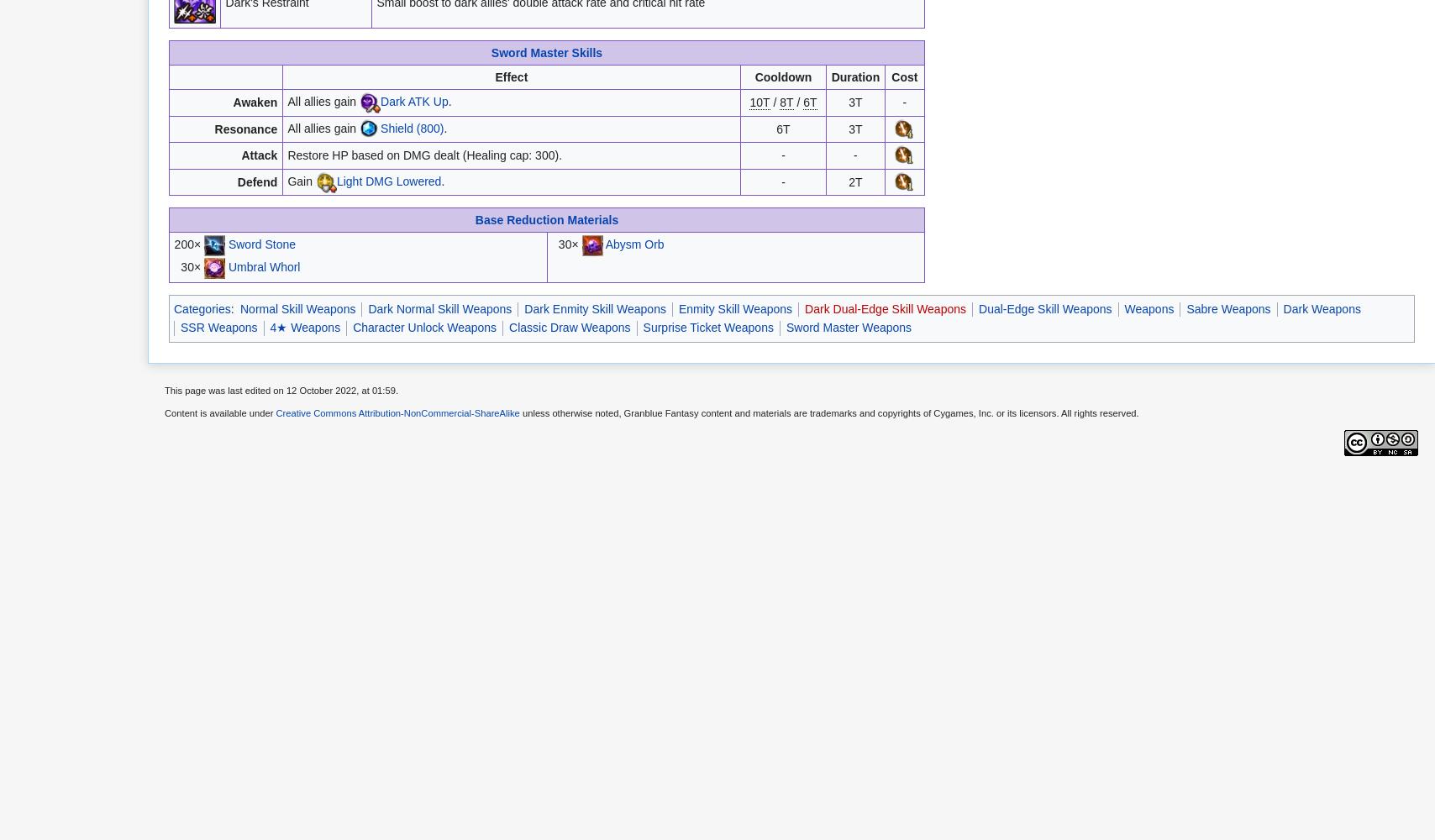  Describe the element at coordinates (828, 412) in the screenshot. I see `'unless otherwise noted, Granblue Fantasy content and materials are trademarks and copyrights of  Cygames, Inc. or its licensors. All rights reserved.'` at that location.